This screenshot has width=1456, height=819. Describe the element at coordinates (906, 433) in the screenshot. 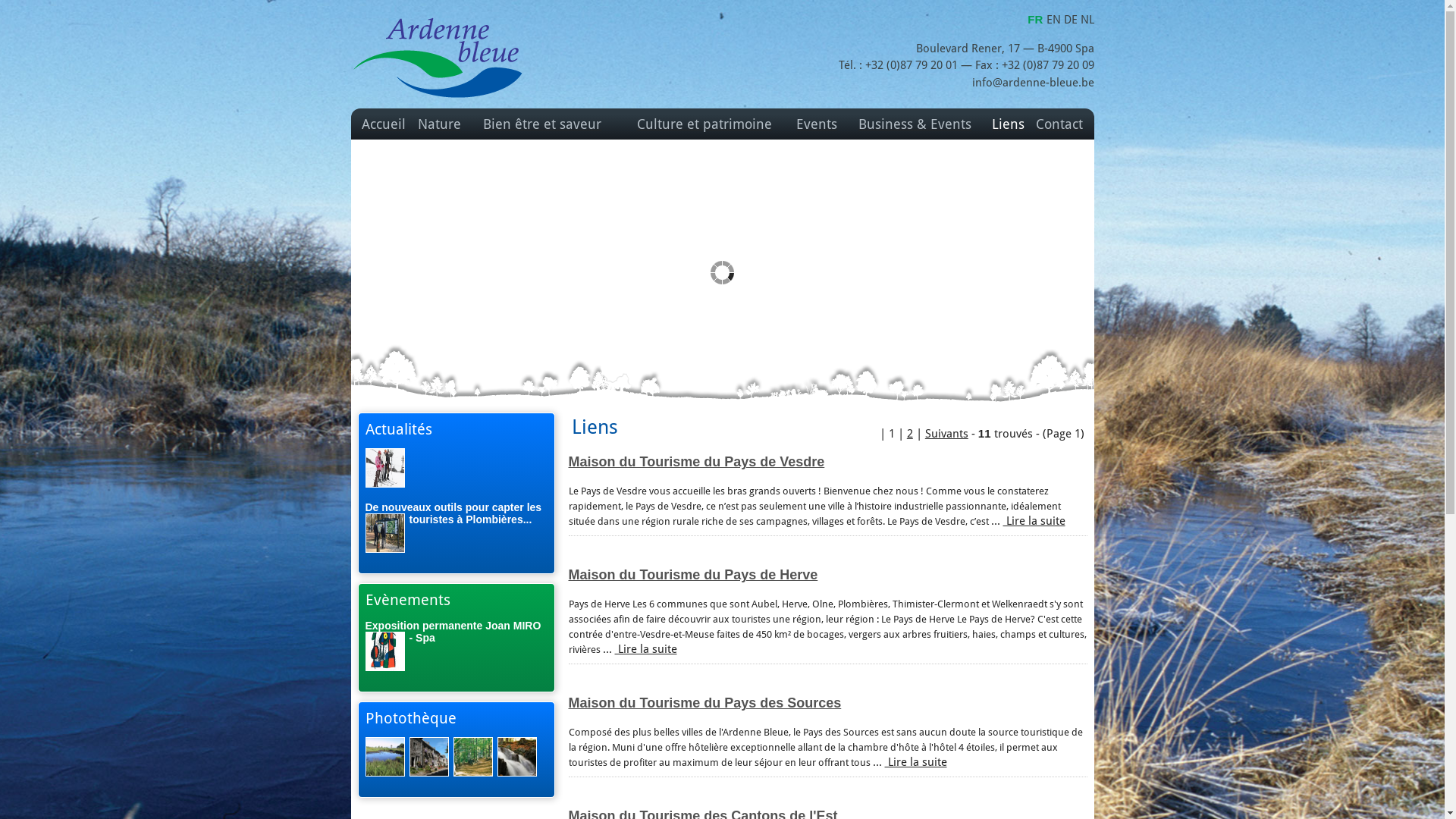

I see `'2'` at that location.